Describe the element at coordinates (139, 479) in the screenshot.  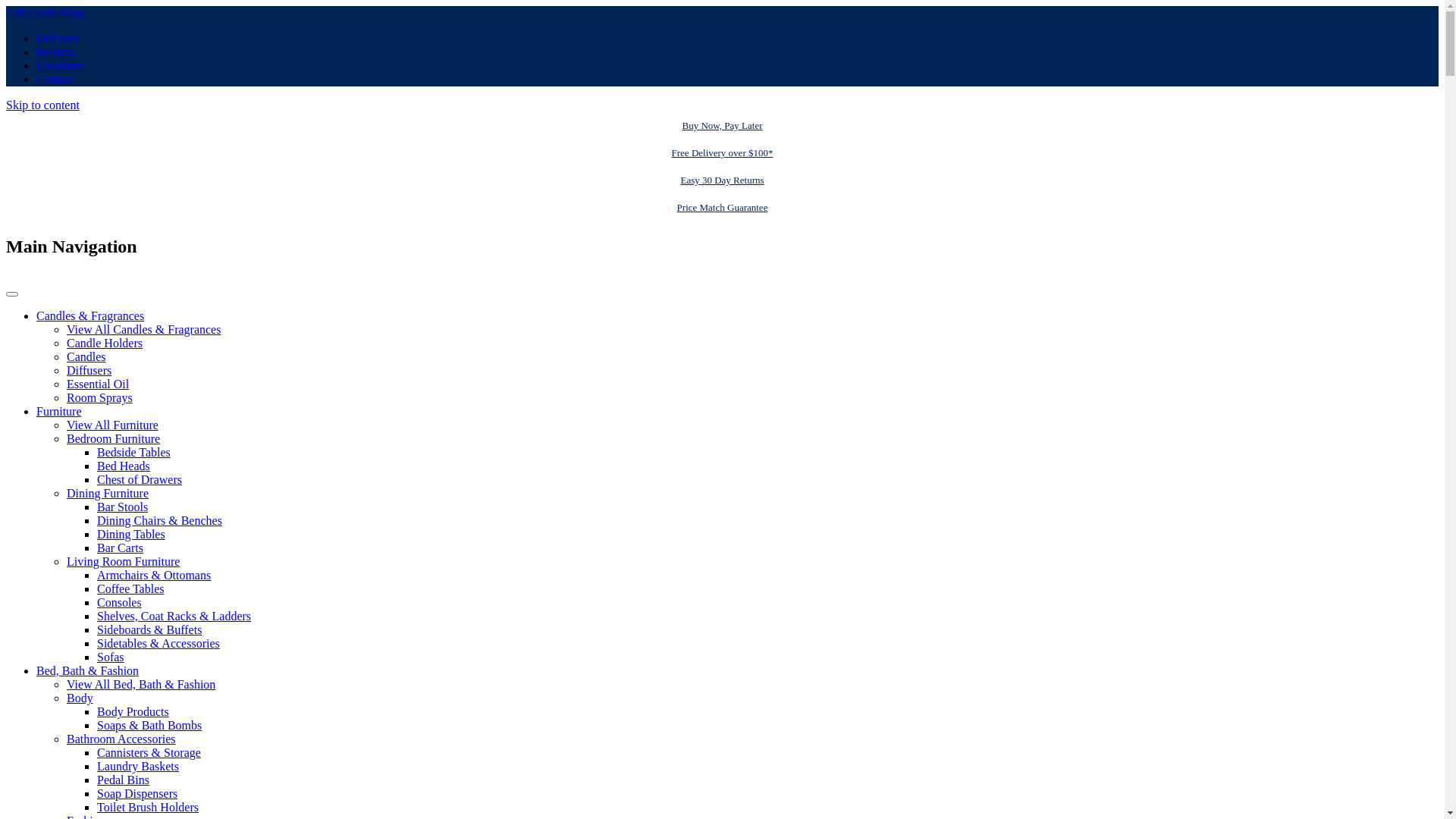
I see `'Chest of Drawers'` at that location.